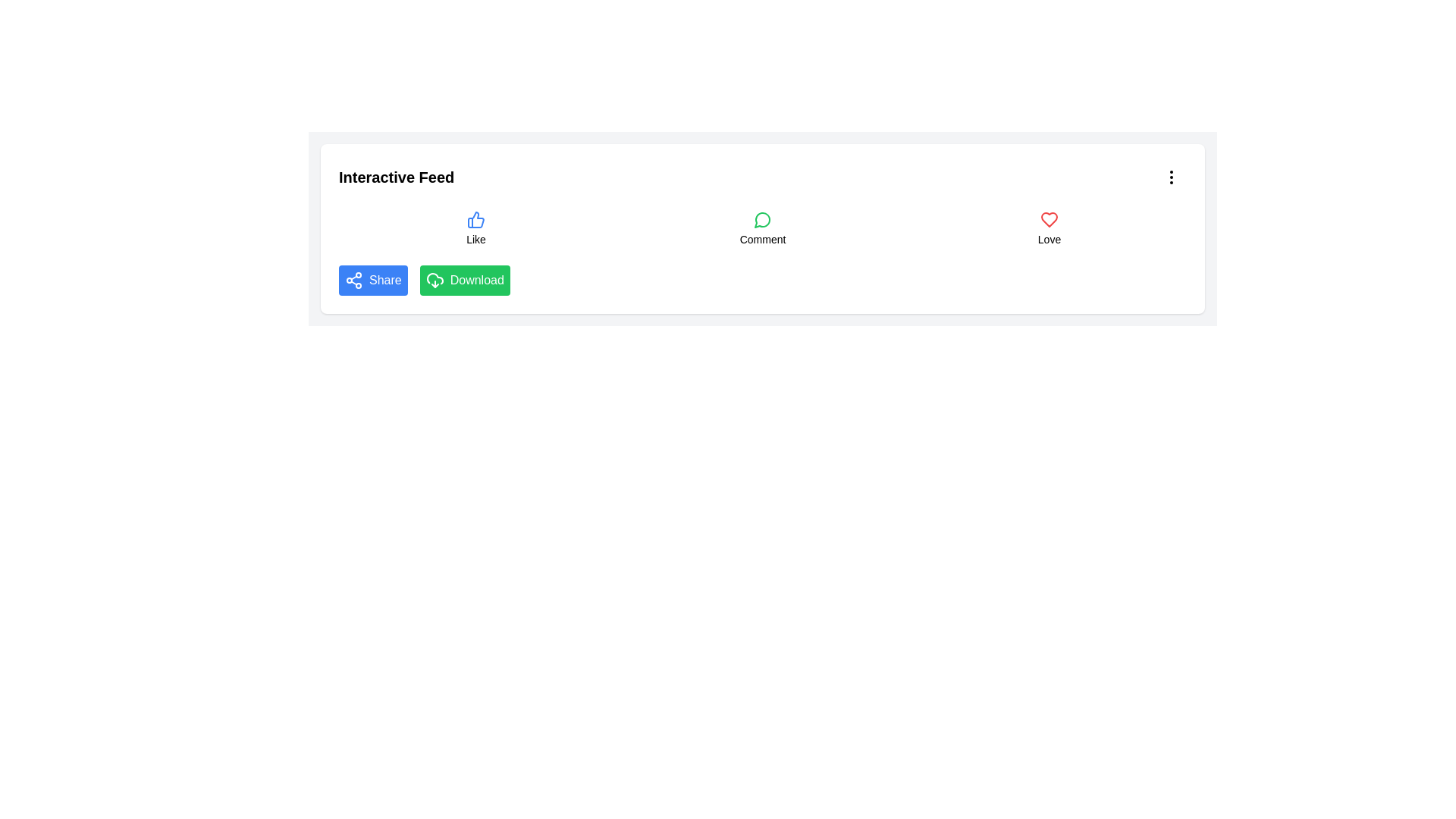 The image size is (1456, 819). Describe the element at coordinates (1048, 239) in the screenshot. I see `text label displaying 'Love' located below the red heart icon in the interaction icons section` at that location.